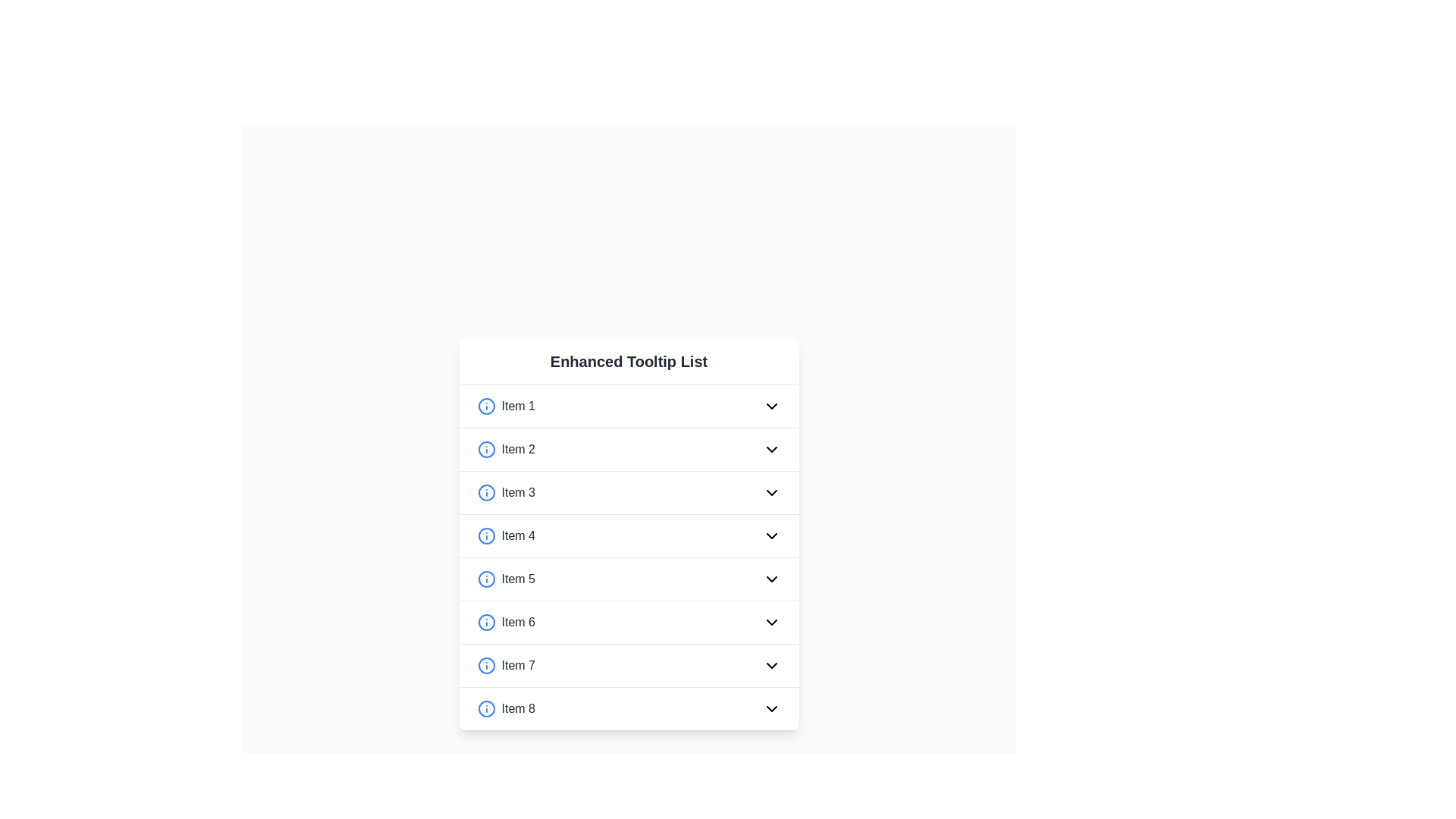 The image size is (1456, 819). I want to click on the information icon/button associated with 'Item 6', so click(486, 623).